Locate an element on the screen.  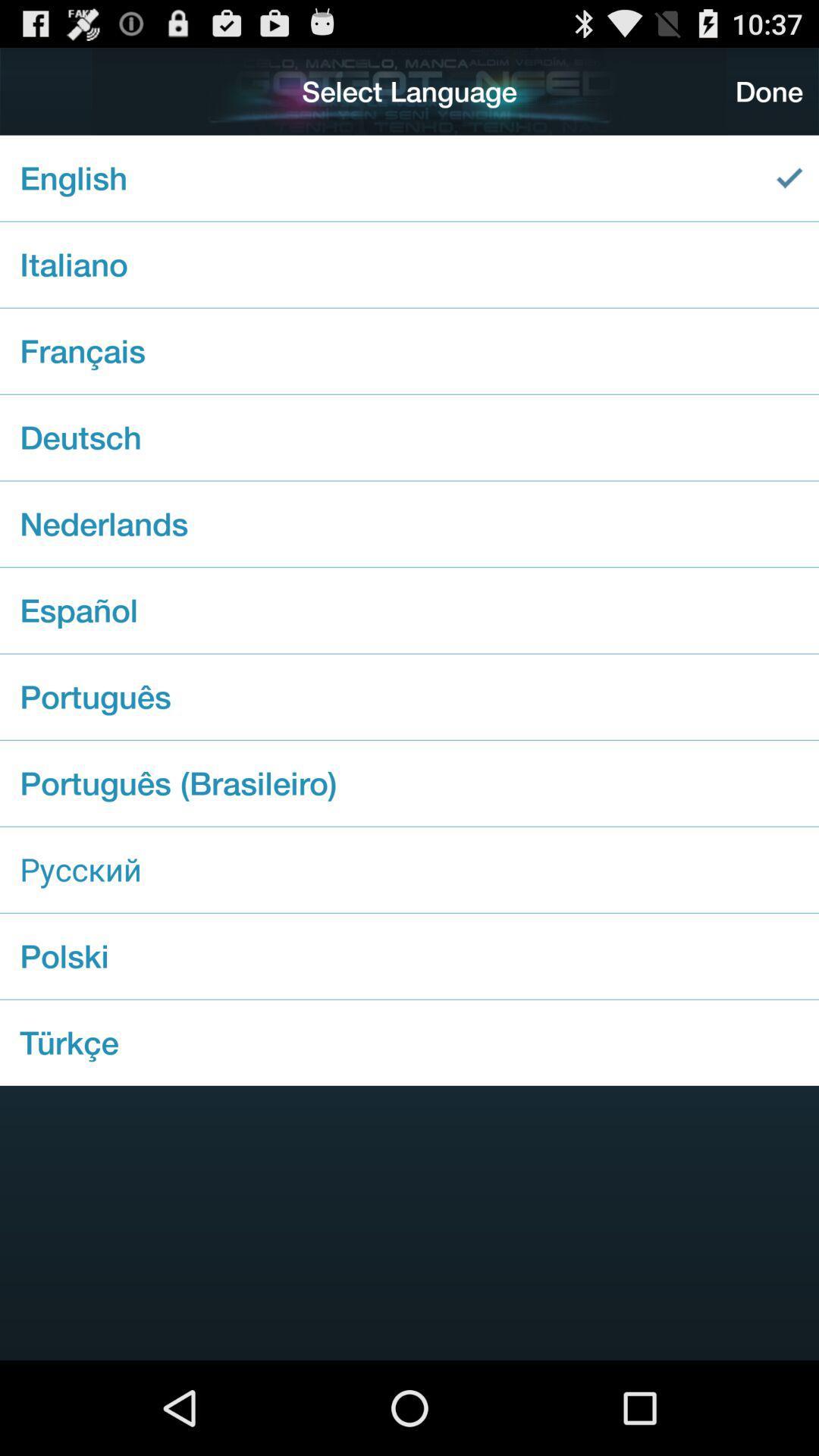
deutsch checkbox is located at coordinates (409, 437).